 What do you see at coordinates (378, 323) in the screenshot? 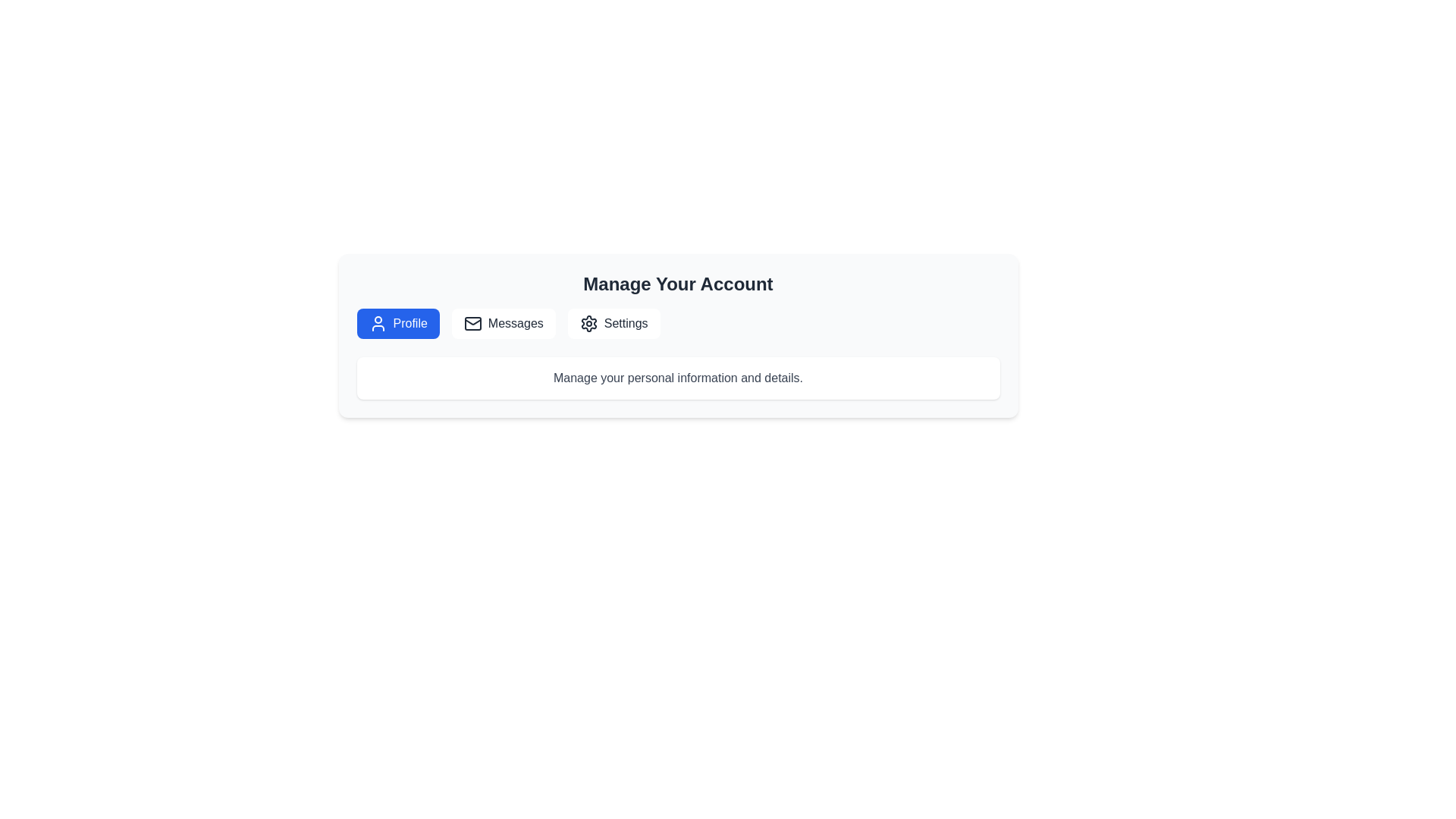
I see `the user profile icon located inside the 'Profile' button, which is positioned to the left of the button text` at bounding box center [378, 323].